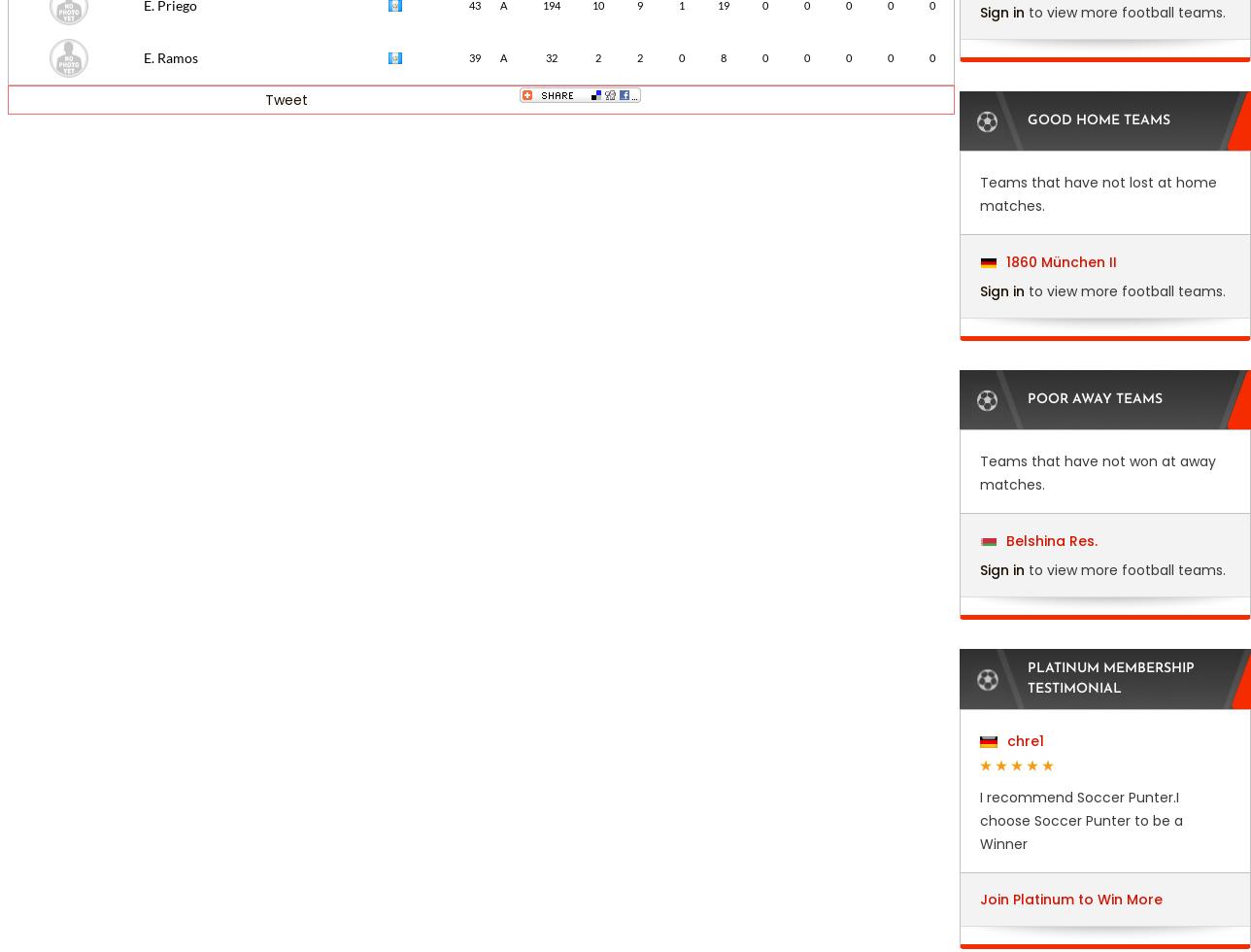  Describe the element at coordinates (286, 99) in the screenshot. I see `'Tweet'` at that location.